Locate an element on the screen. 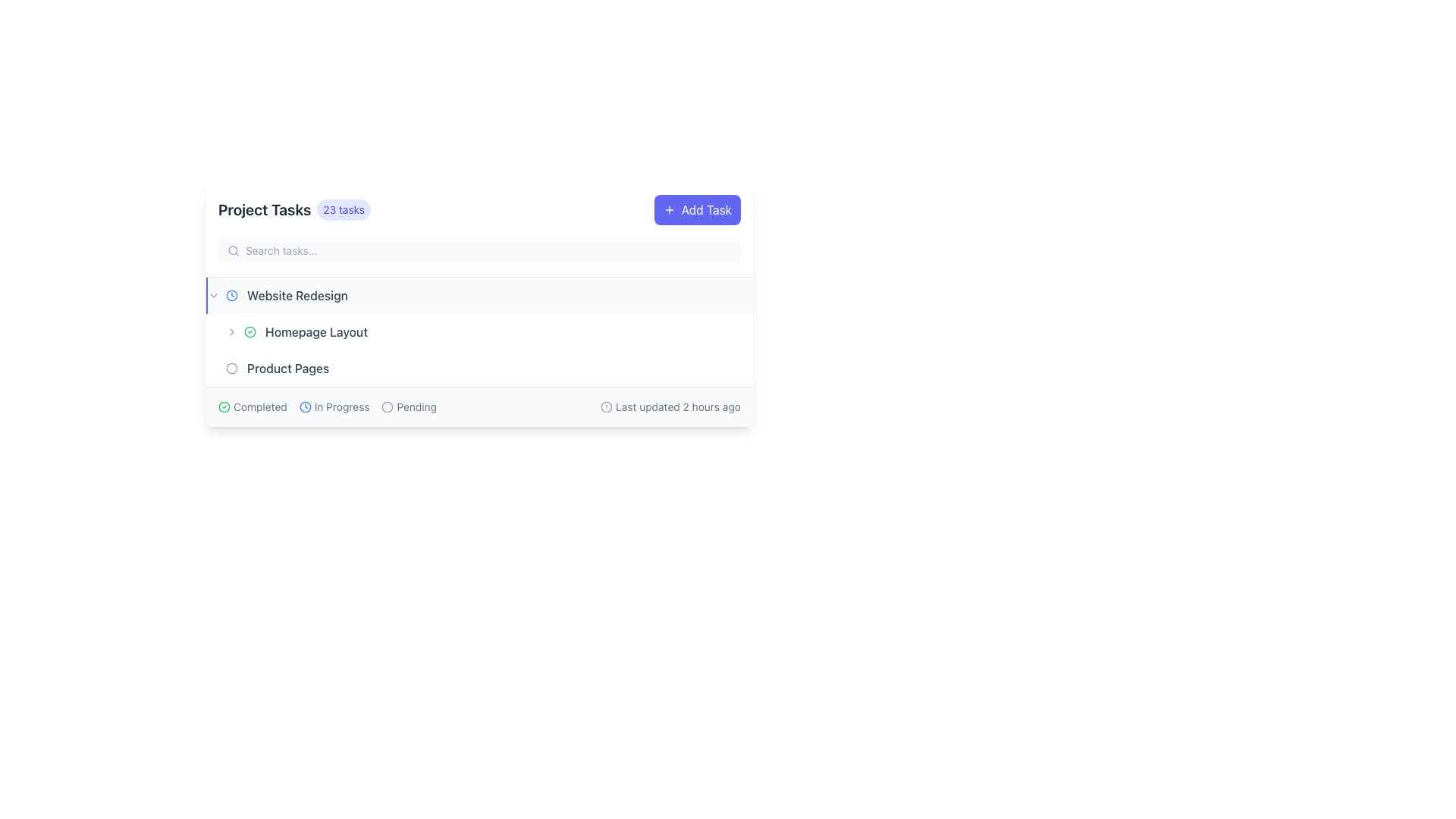  text label that represents the title of a task in the task management list, positioned under 'Project Tasks' and to the right of a circular icon is located at coordinates (297, 295).